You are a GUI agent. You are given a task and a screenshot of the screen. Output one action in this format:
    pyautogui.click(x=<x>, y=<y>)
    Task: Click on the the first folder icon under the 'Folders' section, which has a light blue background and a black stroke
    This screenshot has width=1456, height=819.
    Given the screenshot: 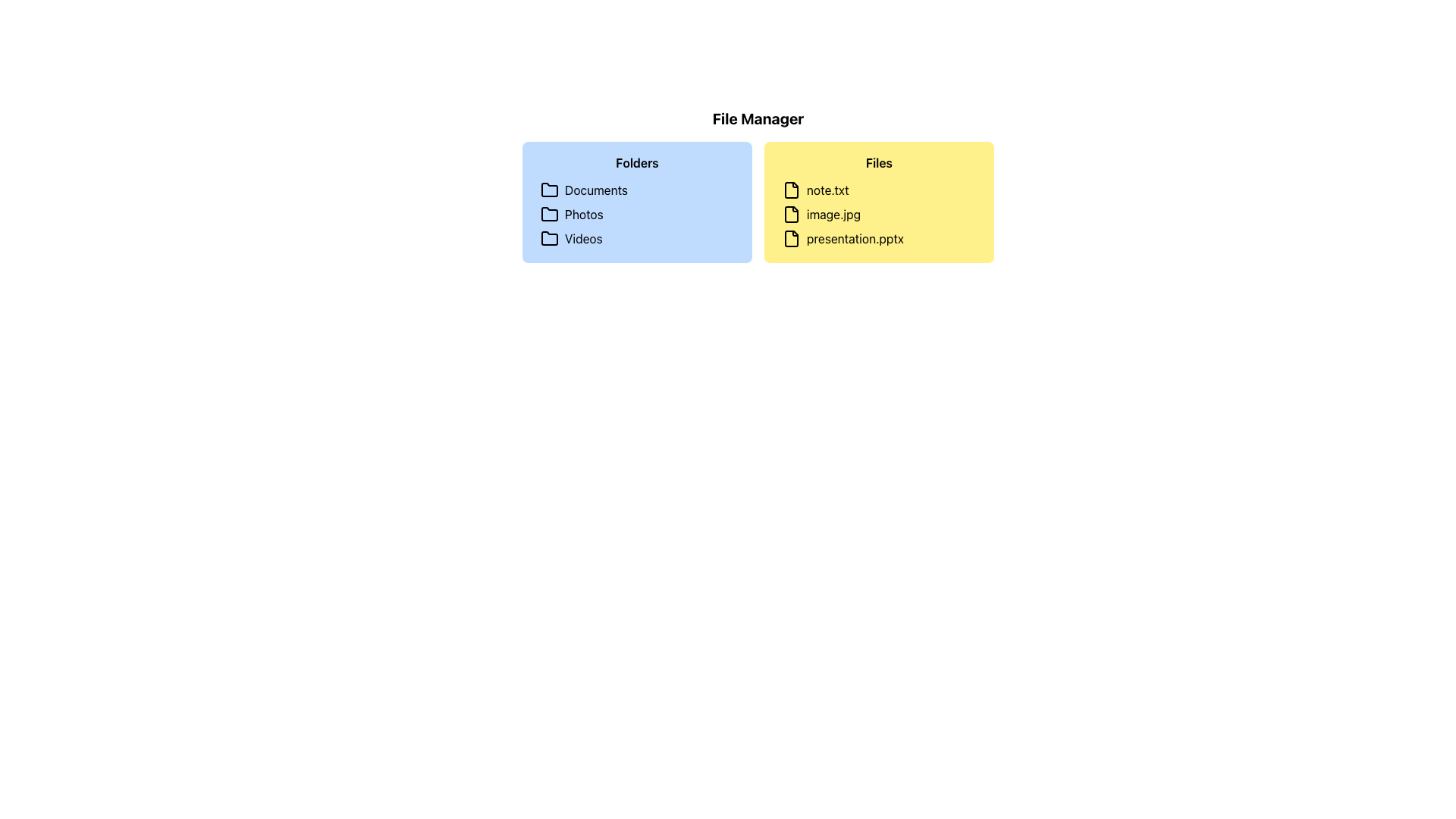 What is the action you would take?
    pyautogui.click(x=548, y=189)
    